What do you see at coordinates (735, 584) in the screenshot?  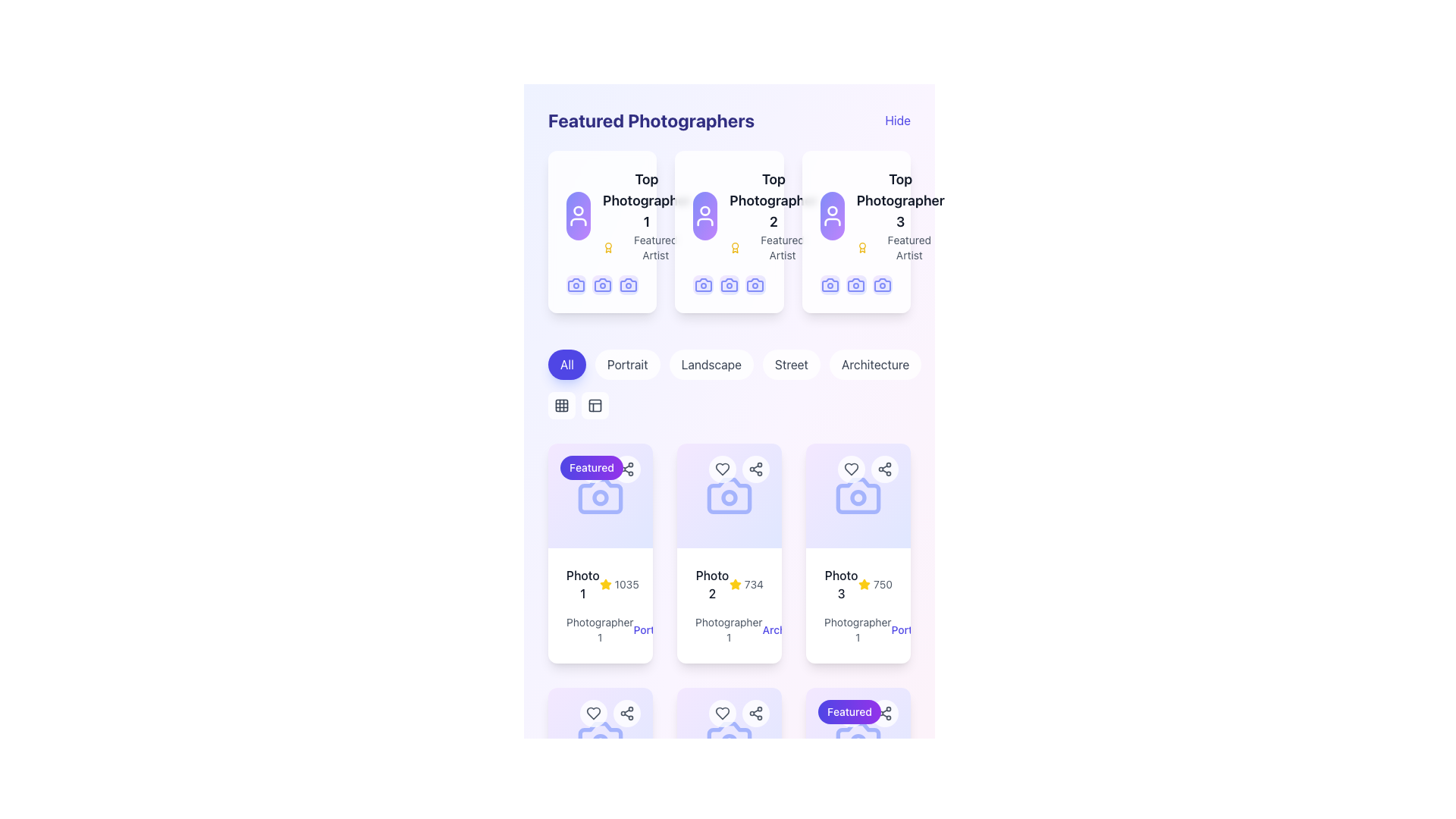 I see `the rating icon located to the left of the numeric label '734' in the second column of the photo cards in the second row` at bounding box center [735, 584].